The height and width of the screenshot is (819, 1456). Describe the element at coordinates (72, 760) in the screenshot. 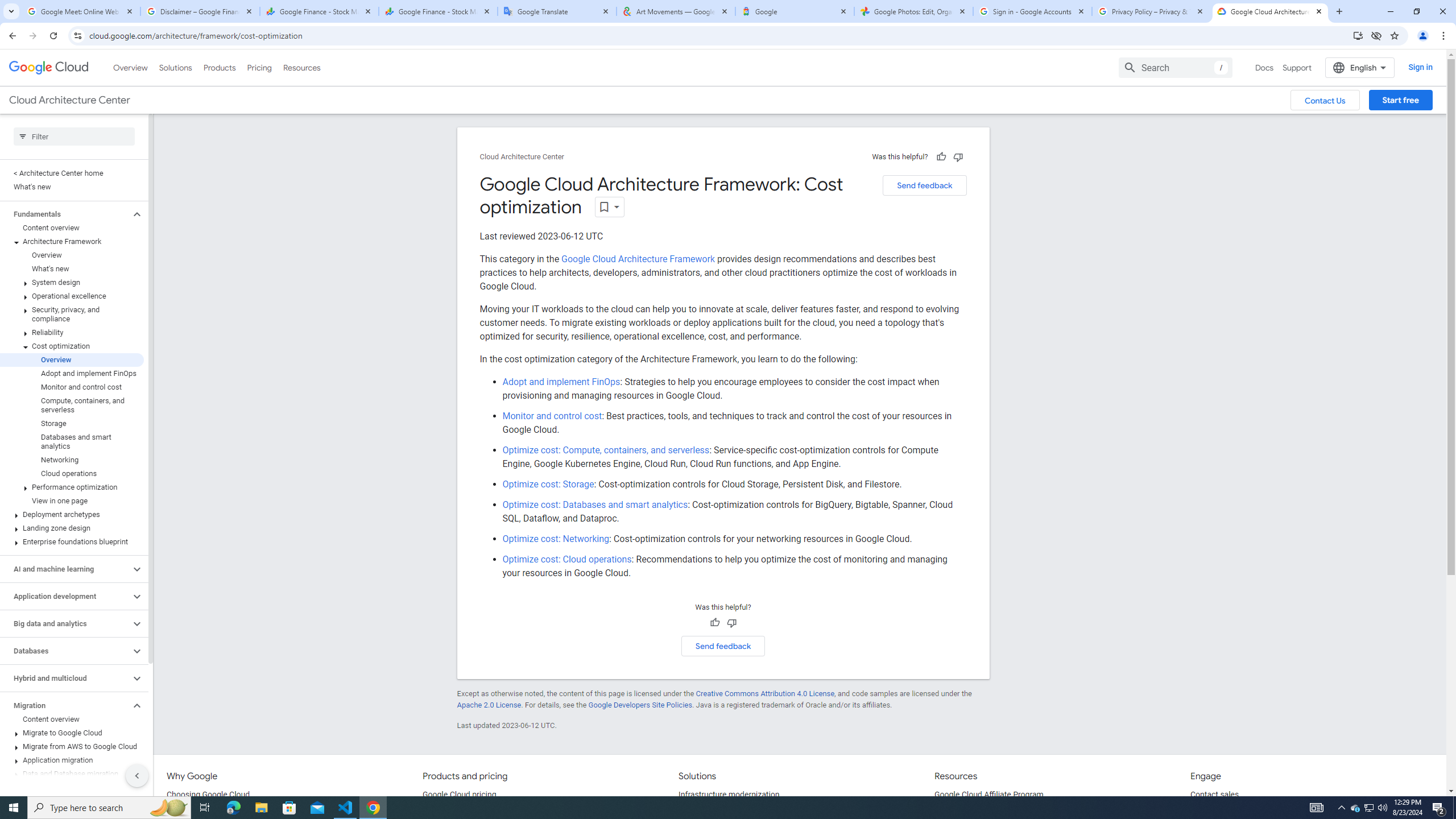

I see `'Application migration'` at that location.